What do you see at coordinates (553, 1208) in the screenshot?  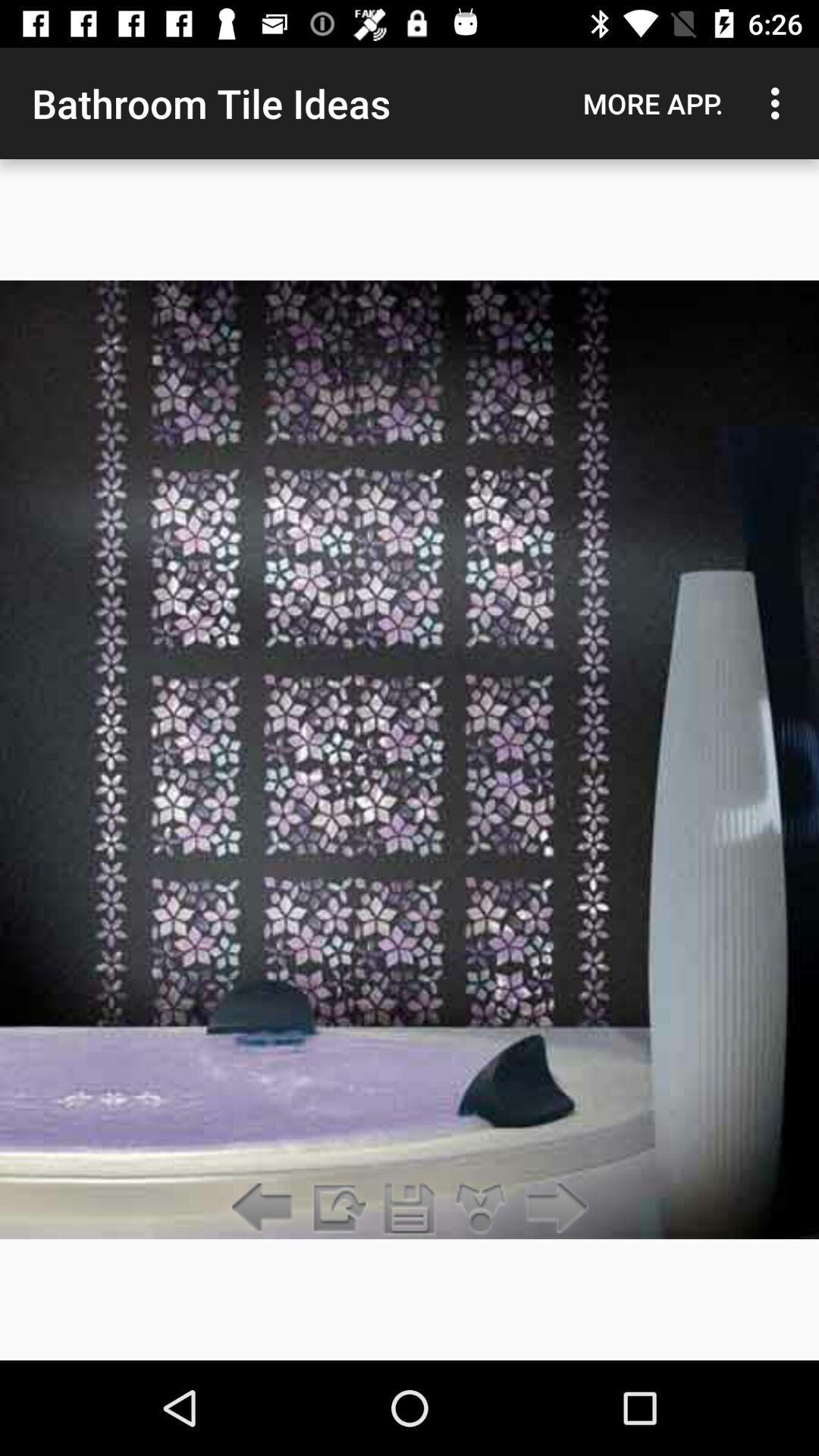 I see `next image` at bounding box center [553, 1208].